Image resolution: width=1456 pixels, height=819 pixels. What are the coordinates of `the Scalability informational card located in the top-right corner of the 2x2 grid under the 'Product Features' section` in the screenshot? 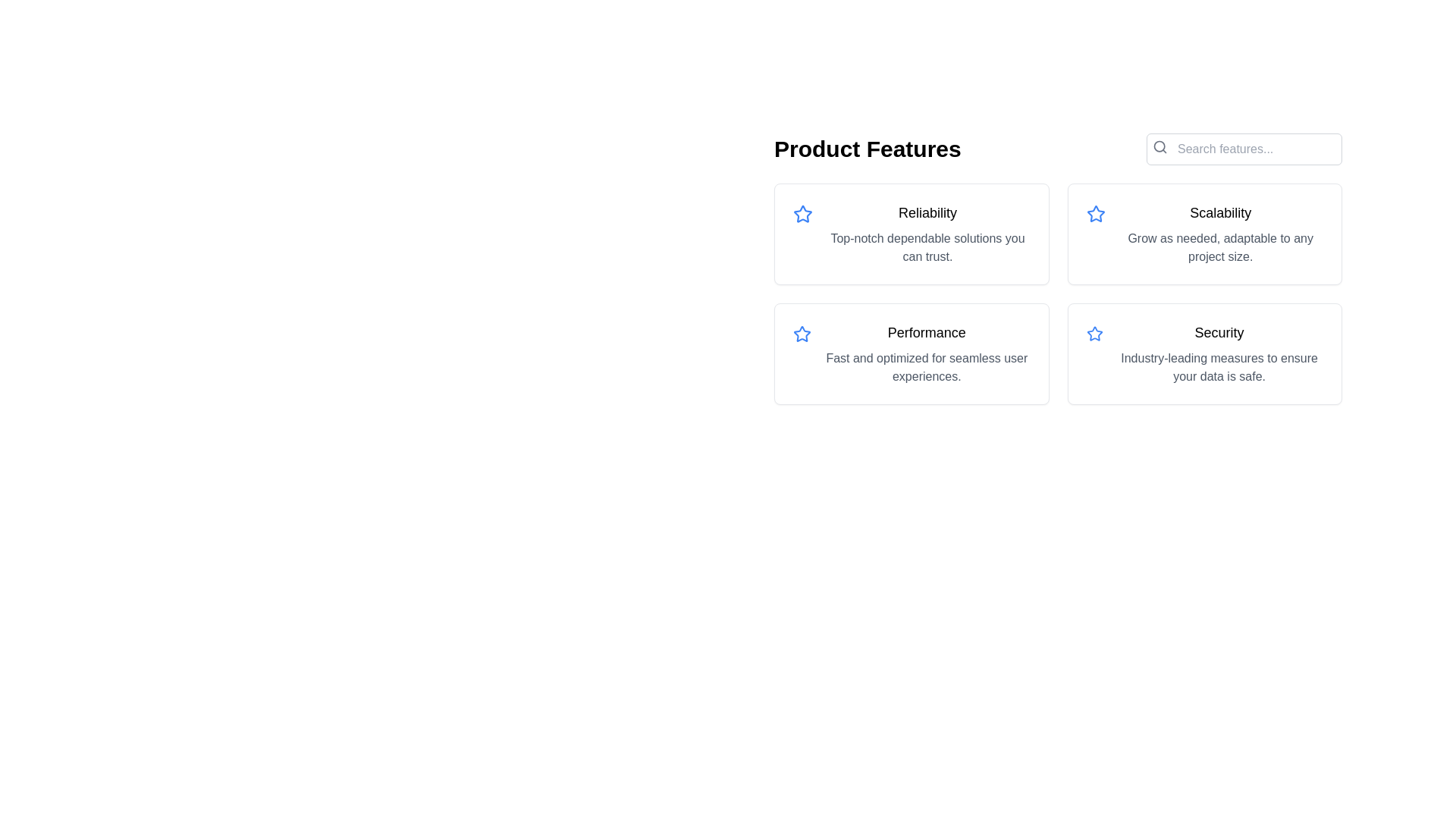 It's located at (1203, 234).